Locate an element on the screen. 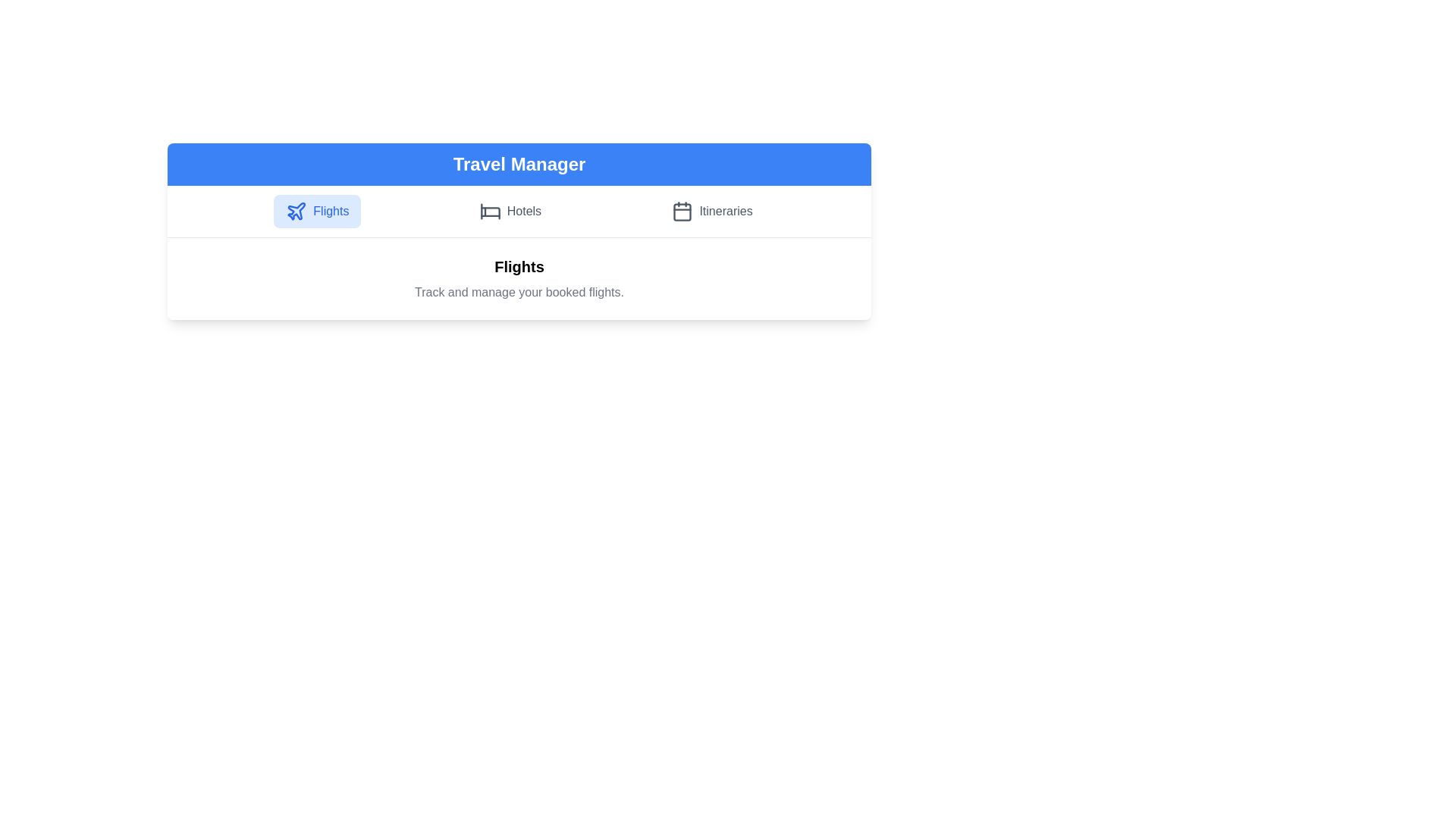 This screenshot has width=1456, height=819. the tab labeled Hotels to see its hover effect is located at coordinates (510, 211).